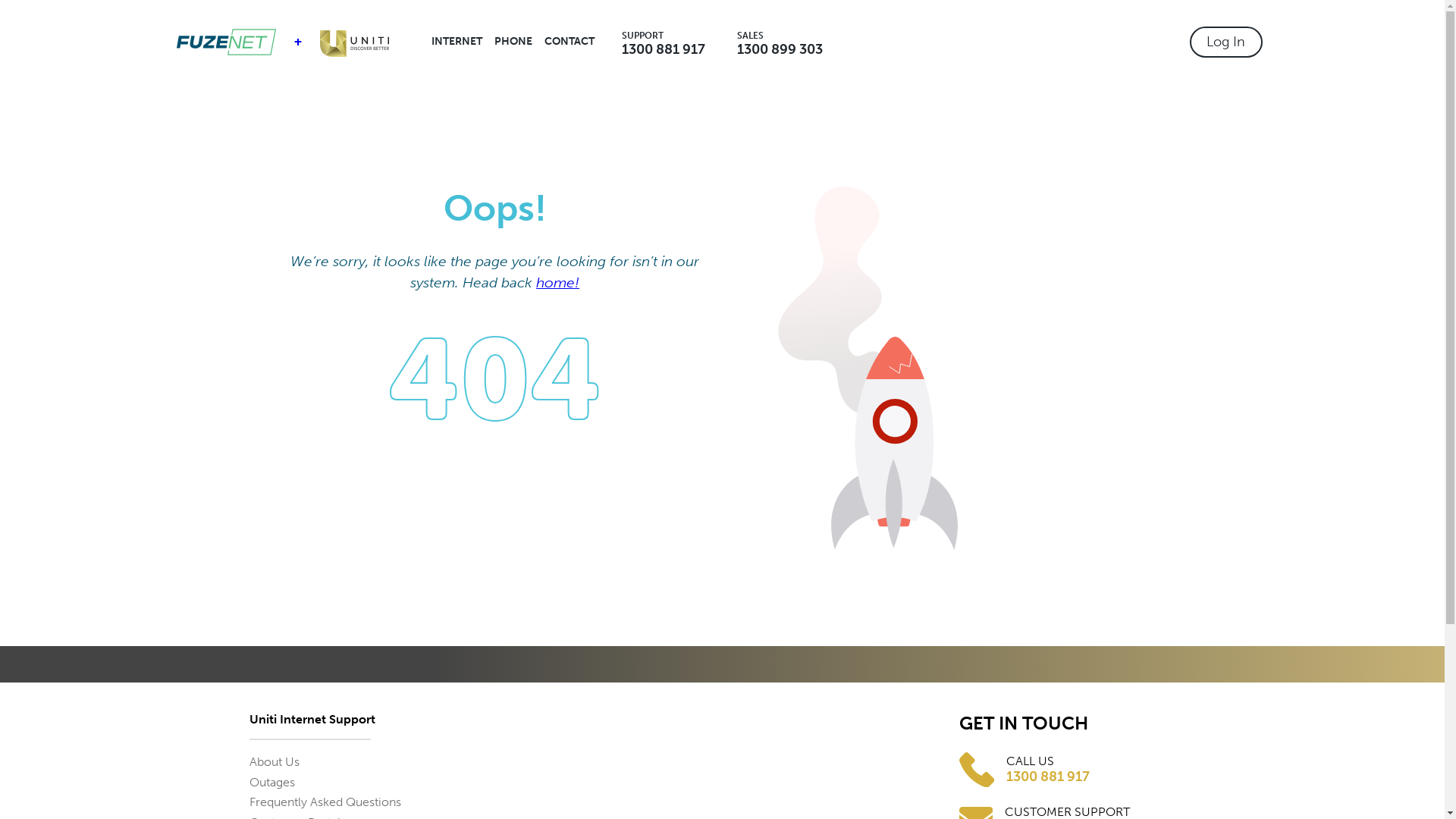 This screenshot has height=819, width=1456. I want to click on 'Frequently Asked Questions', so click(323, 801).